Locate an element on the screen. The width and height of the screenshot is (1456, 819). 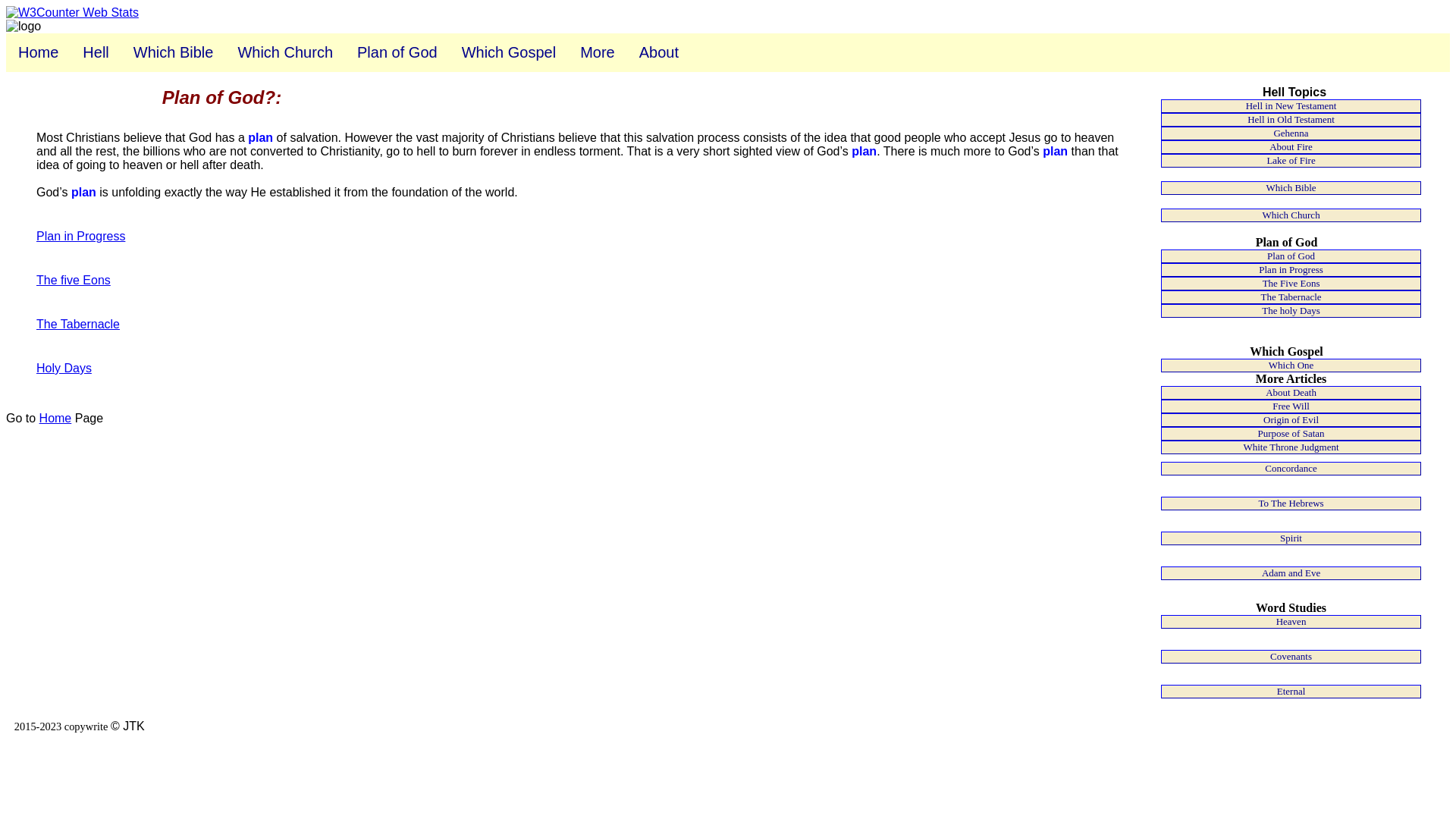
'The Tabernacle' is located at coordinates (1290, 297).